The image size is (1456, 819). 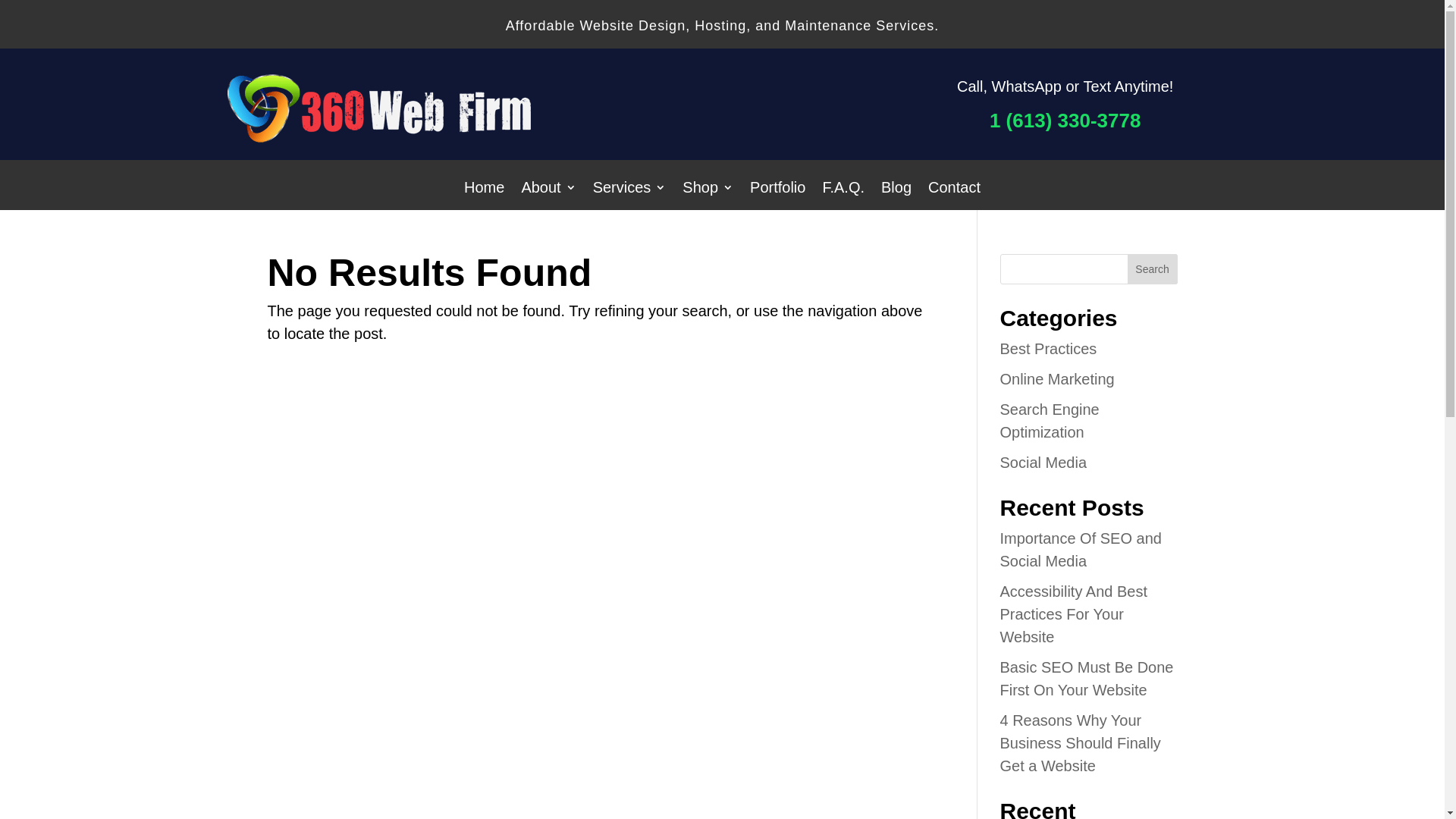 I want to click on 'Blog', so click(x=896, y=189).